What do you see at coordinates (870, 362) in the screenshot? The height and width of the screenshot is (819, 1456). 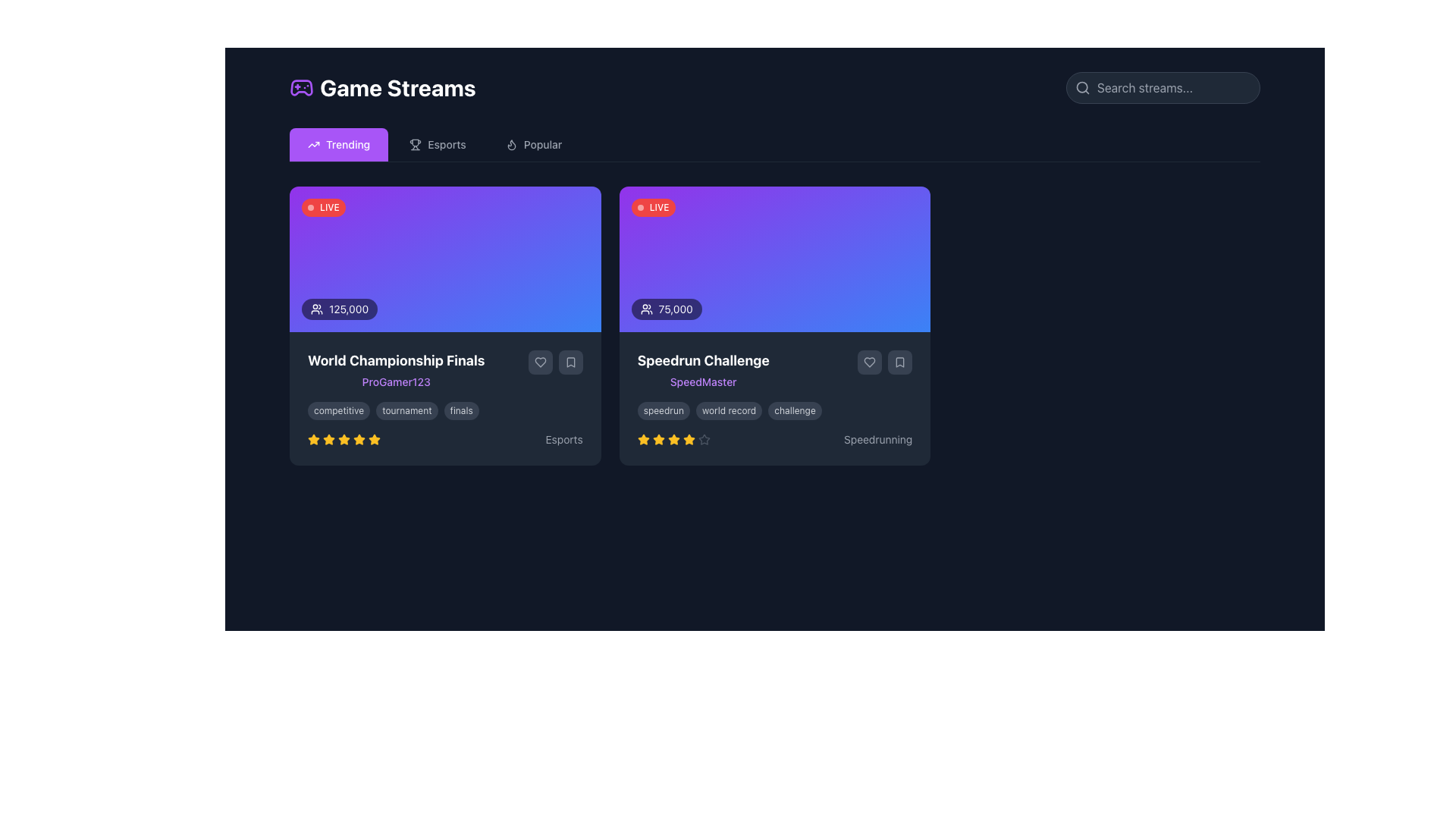 I see `the heart-shaped icon in the love section of the Speedrun Challenge card to mark it as liked` at bounding box center [870, 362].